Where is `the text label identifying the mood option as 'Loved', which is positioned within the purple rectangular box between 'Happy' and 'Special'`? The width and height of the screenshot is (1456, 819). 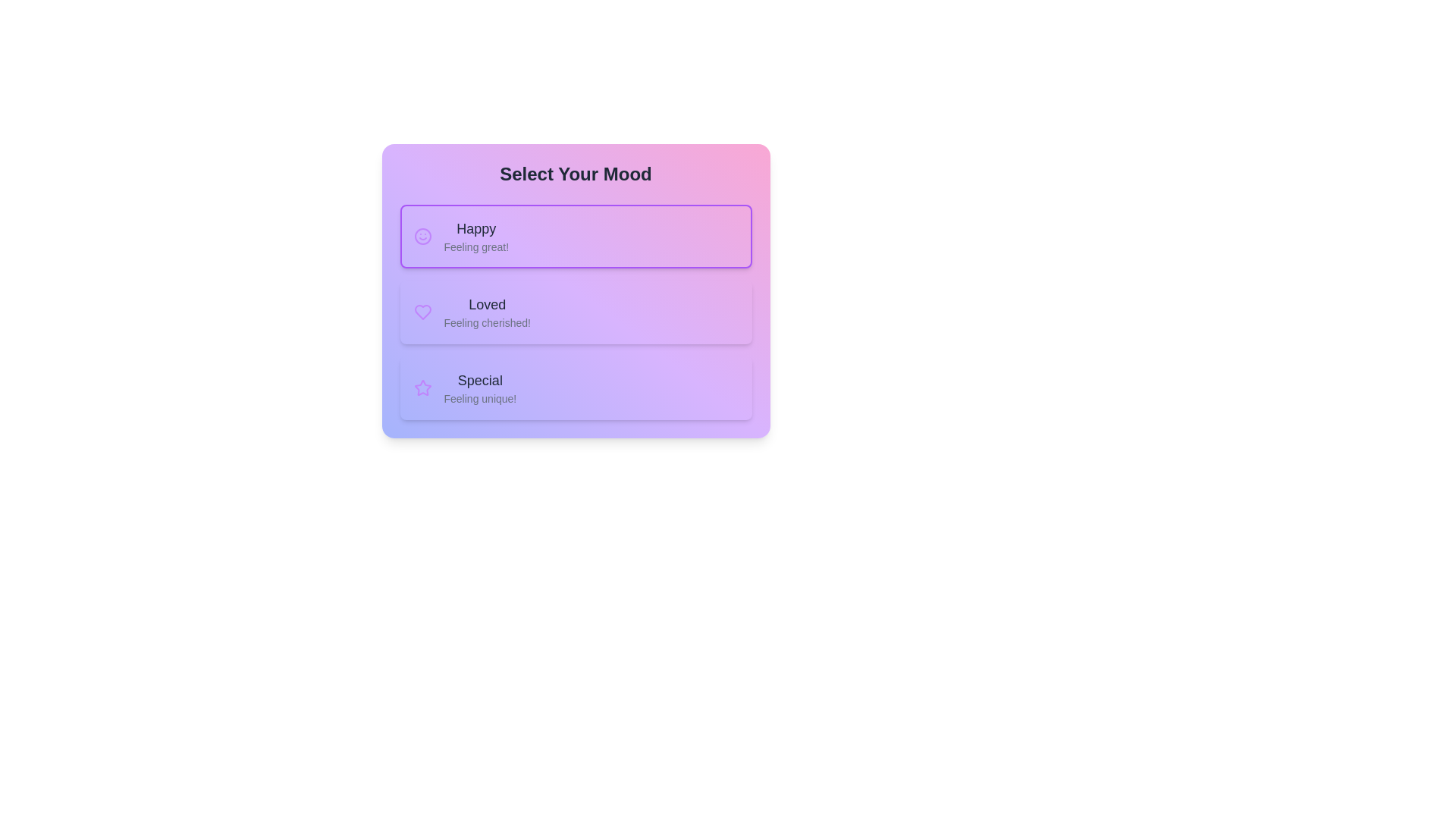 the text label identifying the mood option as 'Loved', which is positioned within the purple rectangular box between 'Happy' and 'Special' is located at coordinates (487, 304).